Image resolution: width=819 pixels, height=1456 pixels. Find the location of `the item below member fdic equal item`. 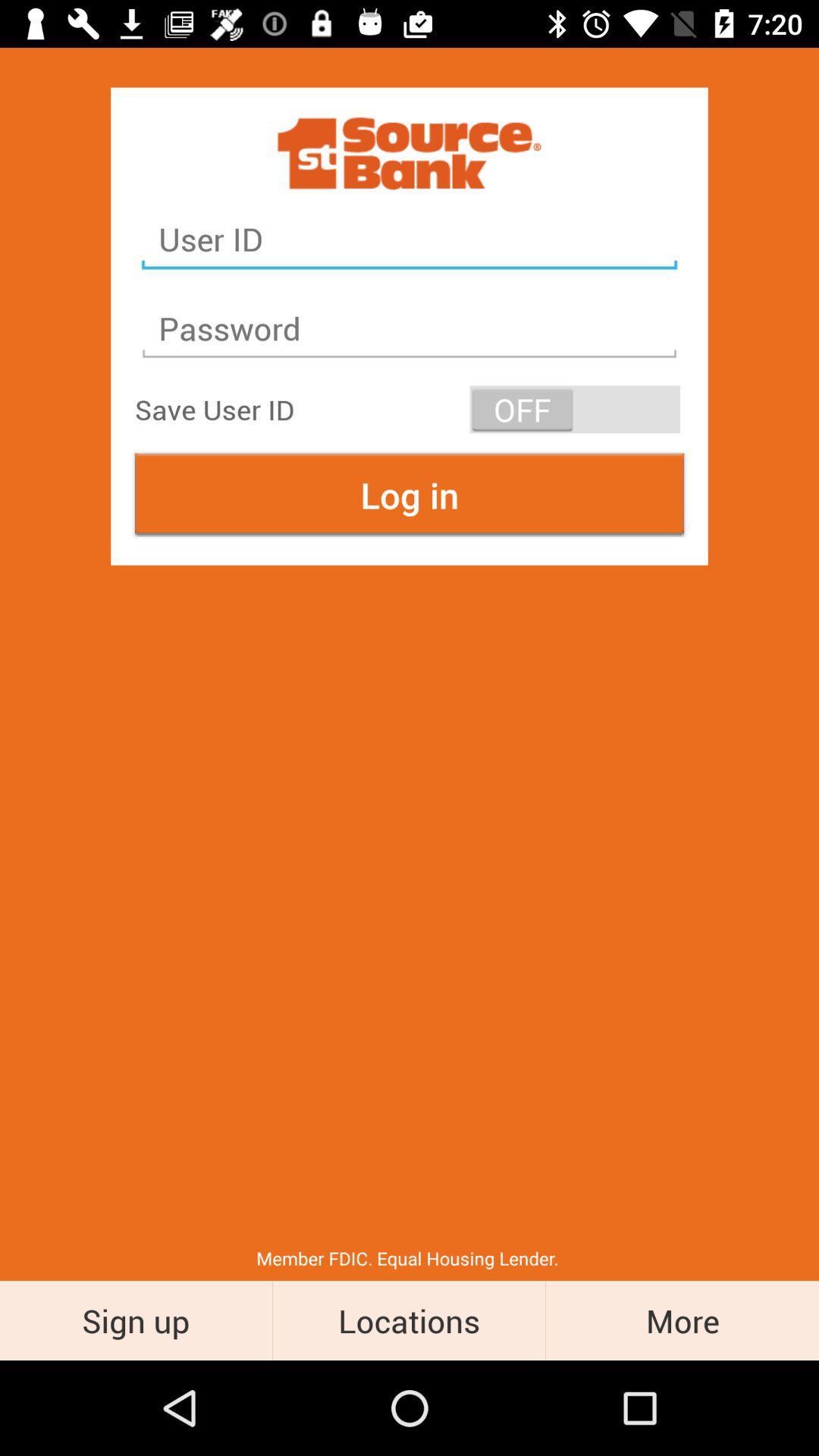

the item below member fdic equal item is located at coordinates (681, 1319).